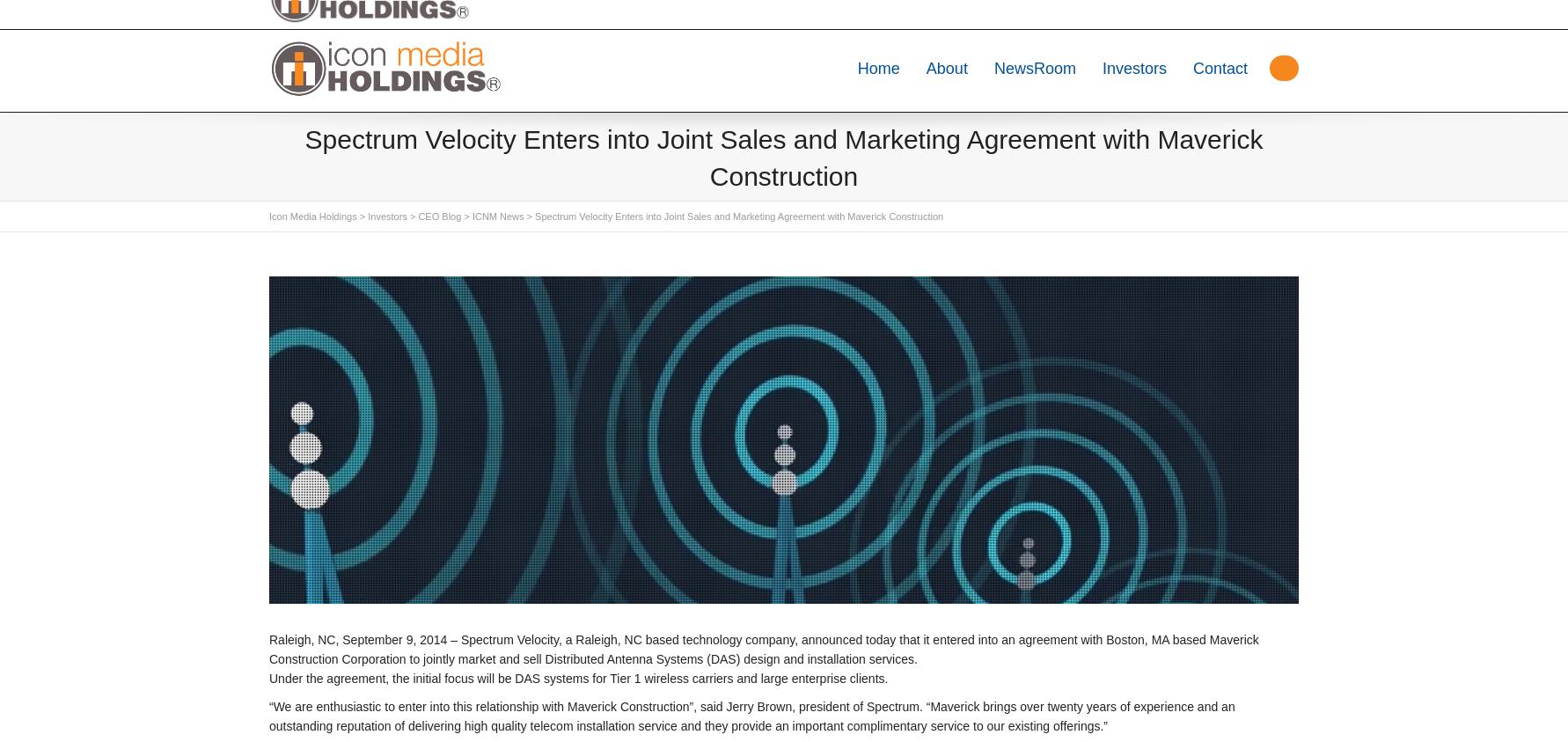 This screenshot has width=1568, height=742. What do you see at coordinates (304, 12) in the screenshot?
I see `'Twitter'` at bounding box center [304, 12].